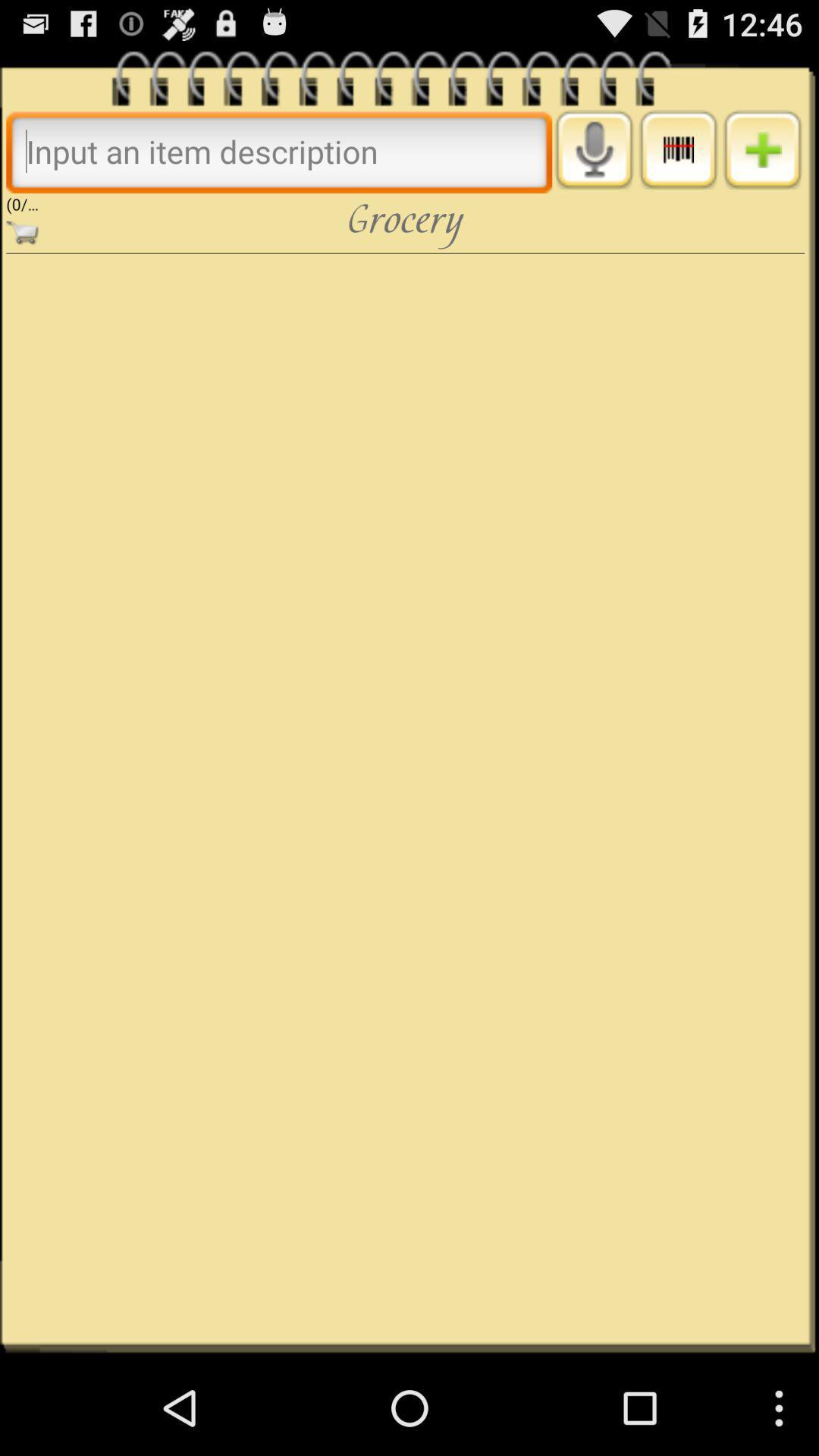 Image resolution: width=819 pixels, height=1456 pixels. Describe the element at coordinates (593, 149) in the screenshot. I see `activate voice input` at that location.